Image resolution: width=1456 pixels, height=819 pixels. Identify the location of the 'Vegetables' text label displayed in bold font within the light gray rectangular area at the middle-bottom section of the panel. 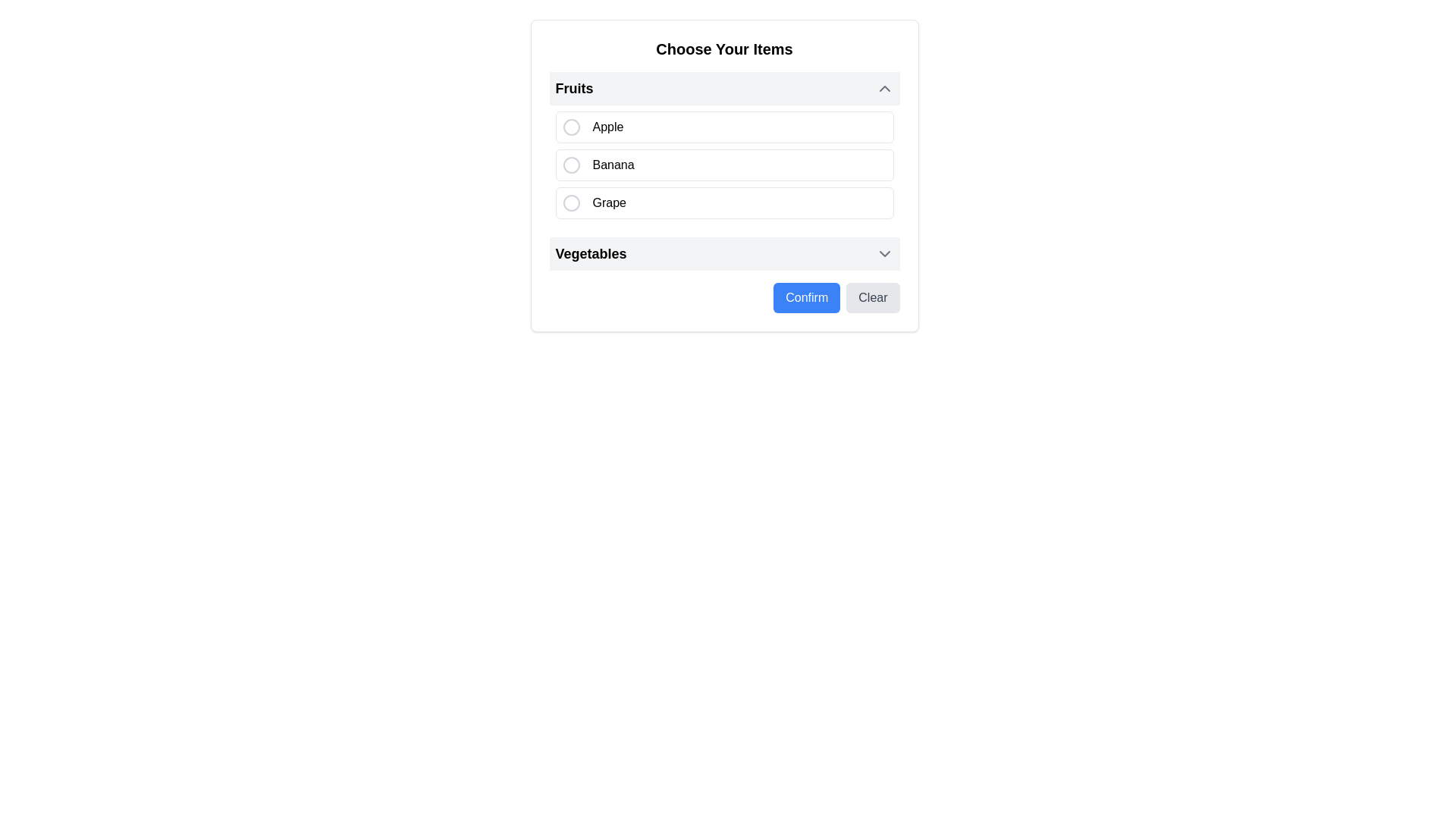
(590, 253).